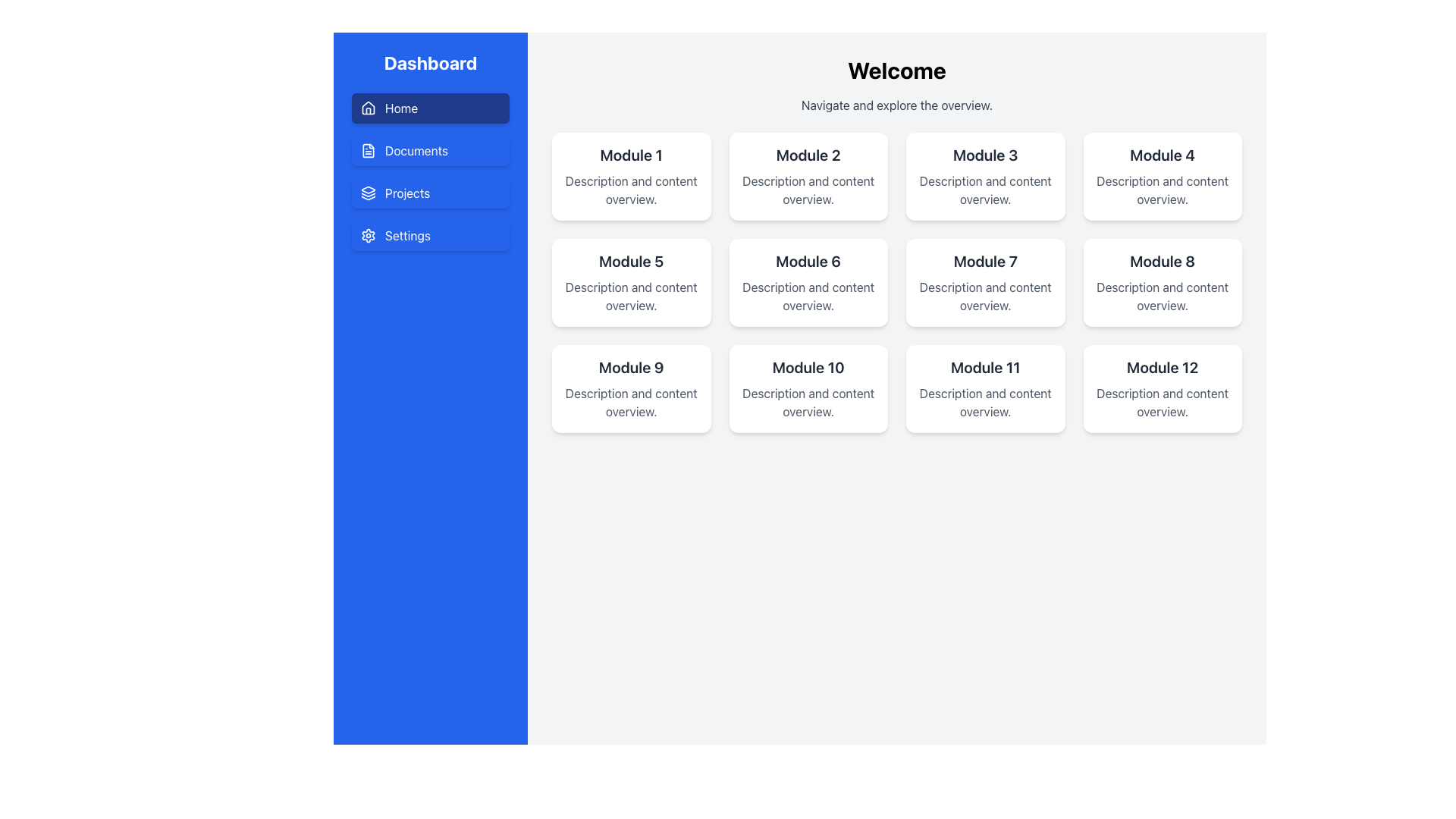  I want to click on the static text displaying 'Description and content overview.' located beneath the title 'Module 9', so click(631, 402).